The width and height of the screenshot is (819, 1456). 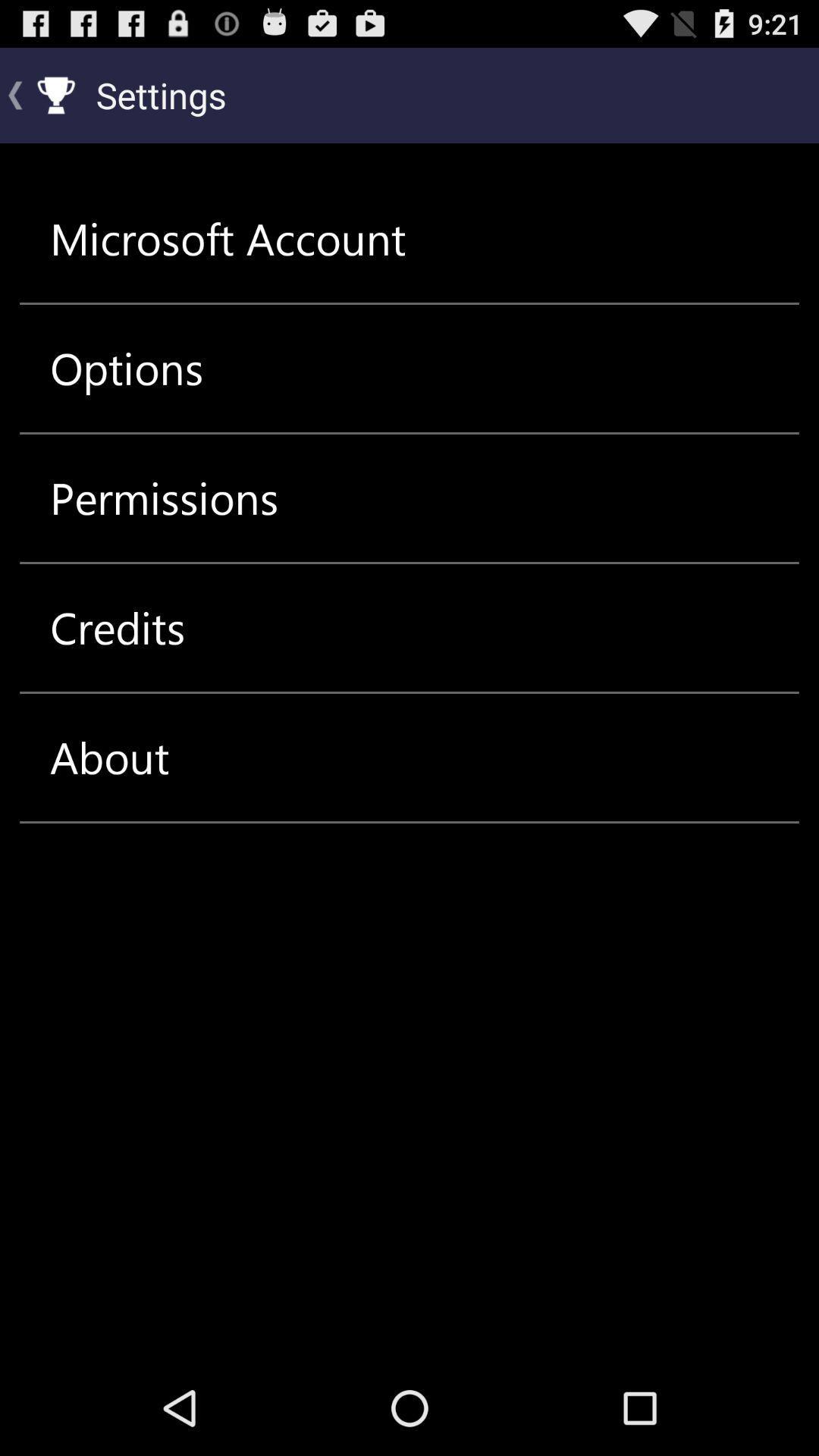 I want to click on the item below the options icon, so click(x=164, y=498).